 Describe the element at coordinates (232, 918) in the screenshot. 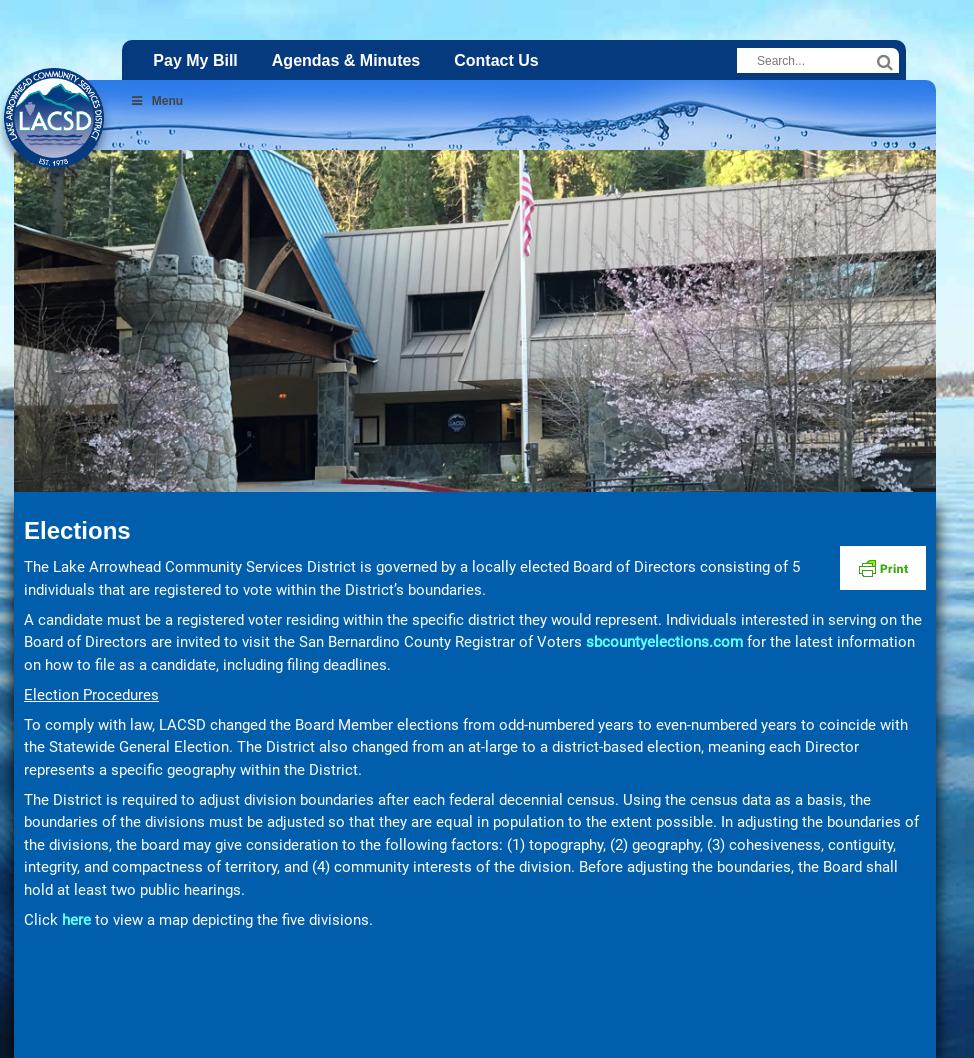

I see `'to view a map depicting the five divisions.'` at that location.